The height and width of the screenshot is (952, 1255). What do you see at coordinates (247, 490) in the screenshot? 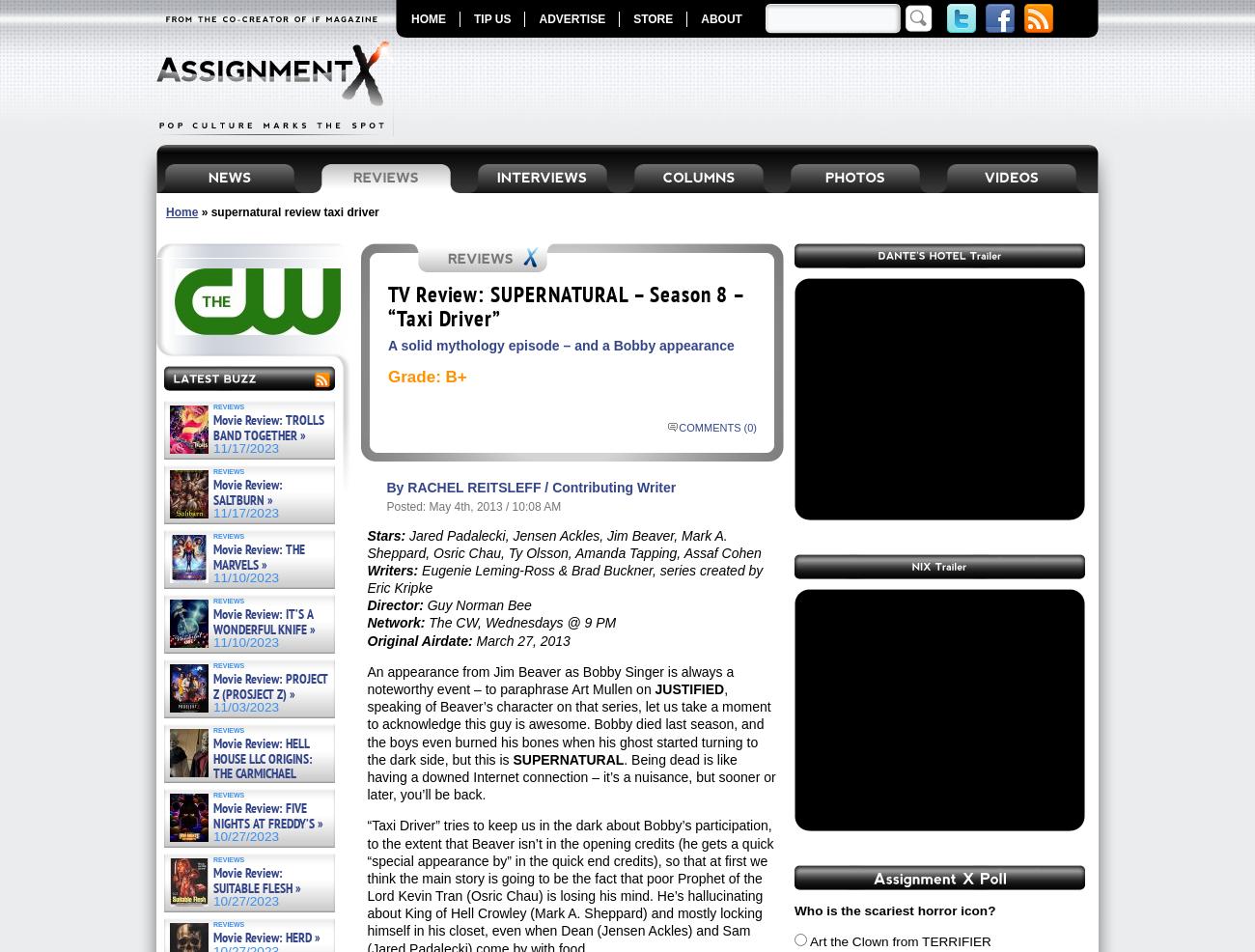
I see `'Movie Review: SALTBURN »'` at bounding box center [247, 490].